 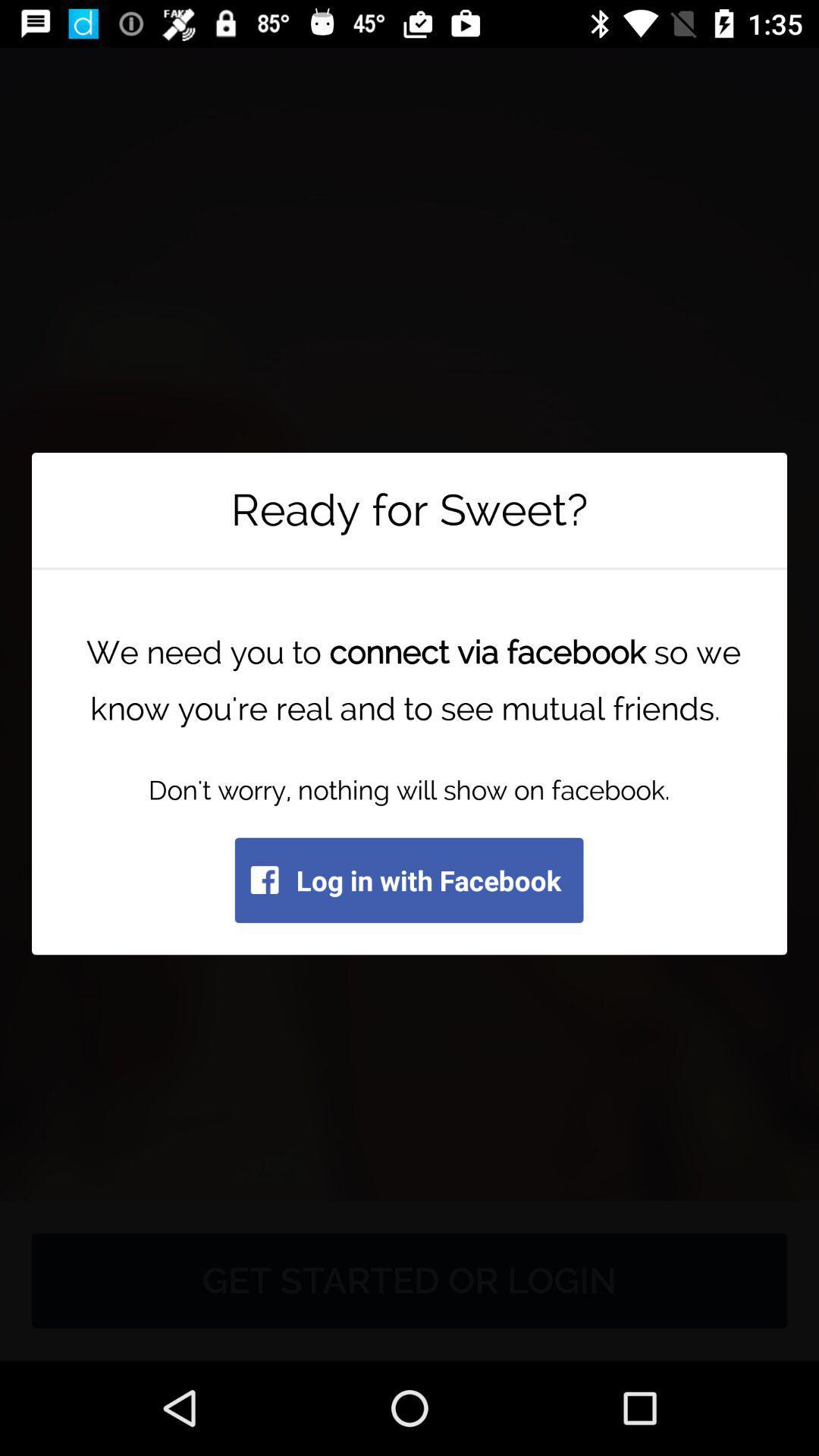 What do you see at coordinates (408, 880) in the screenshot?
I see `the log in with` at bounding box center [408, 880].